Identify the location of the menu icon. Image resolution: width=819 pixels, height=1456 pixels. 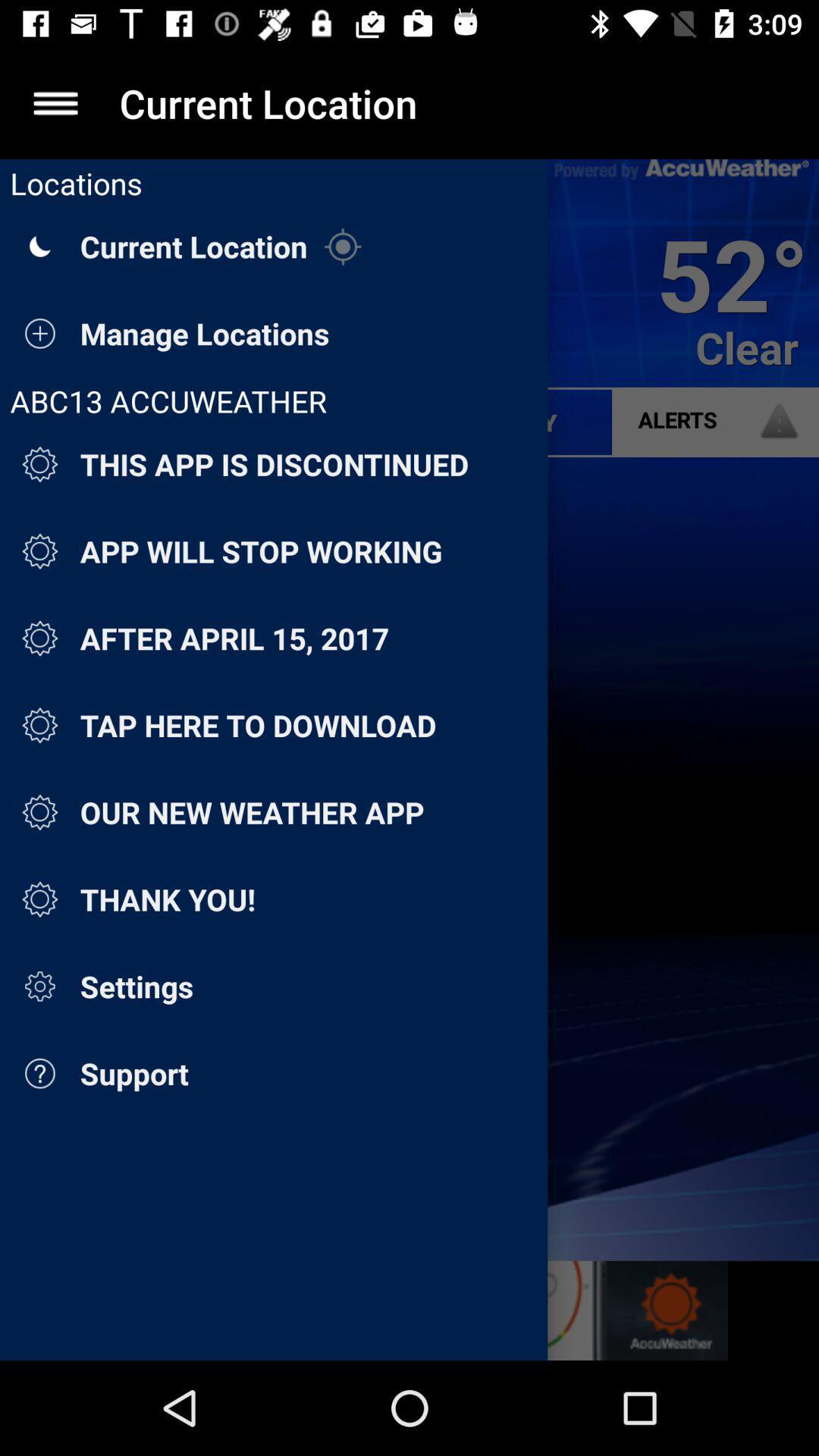
(55, 102).